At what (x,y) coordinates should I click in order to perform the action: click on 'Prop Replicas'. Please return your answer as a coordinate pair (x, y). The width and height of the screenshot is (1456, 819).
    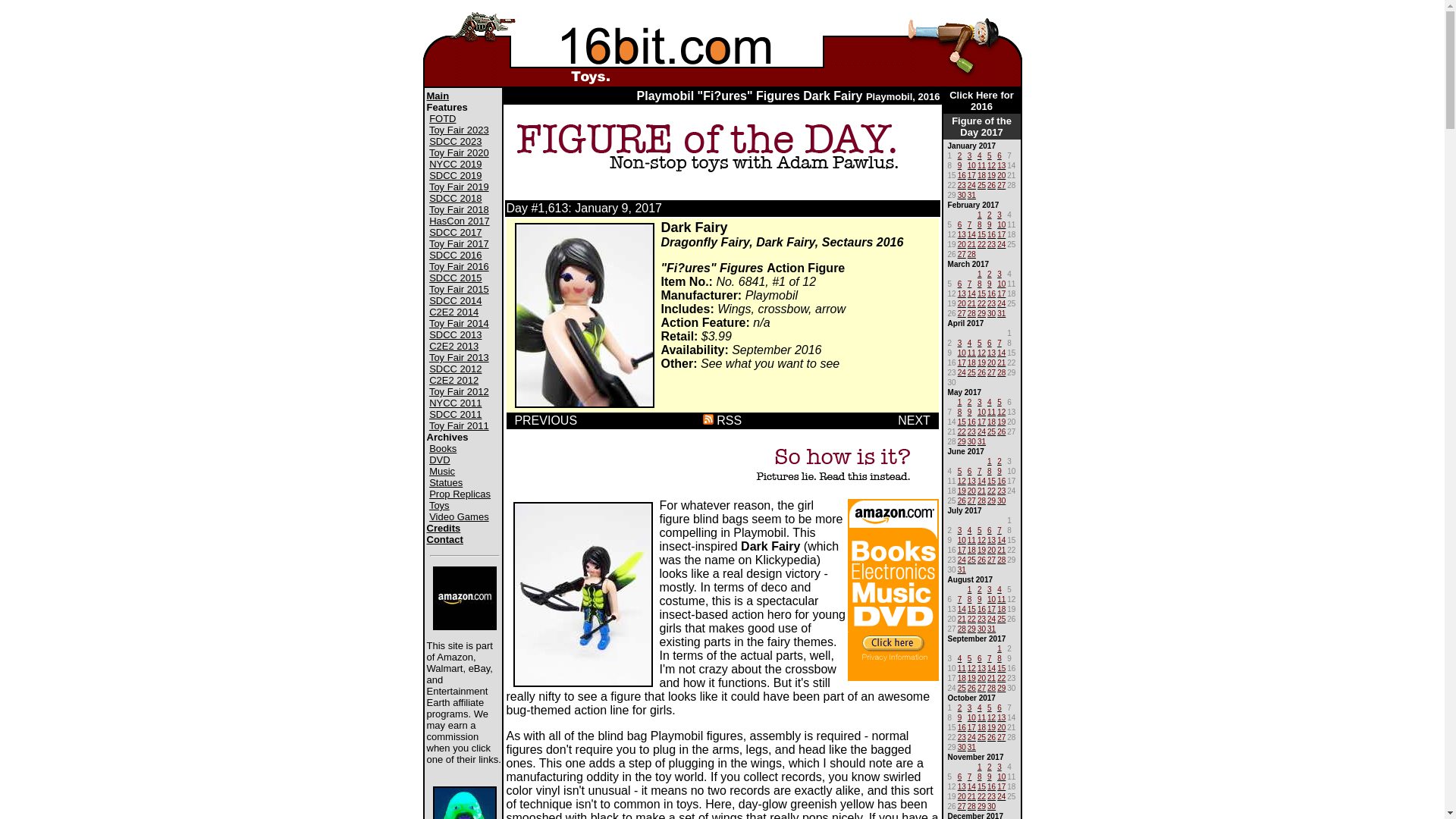
    Looking at the image, I should click on (428, 494).